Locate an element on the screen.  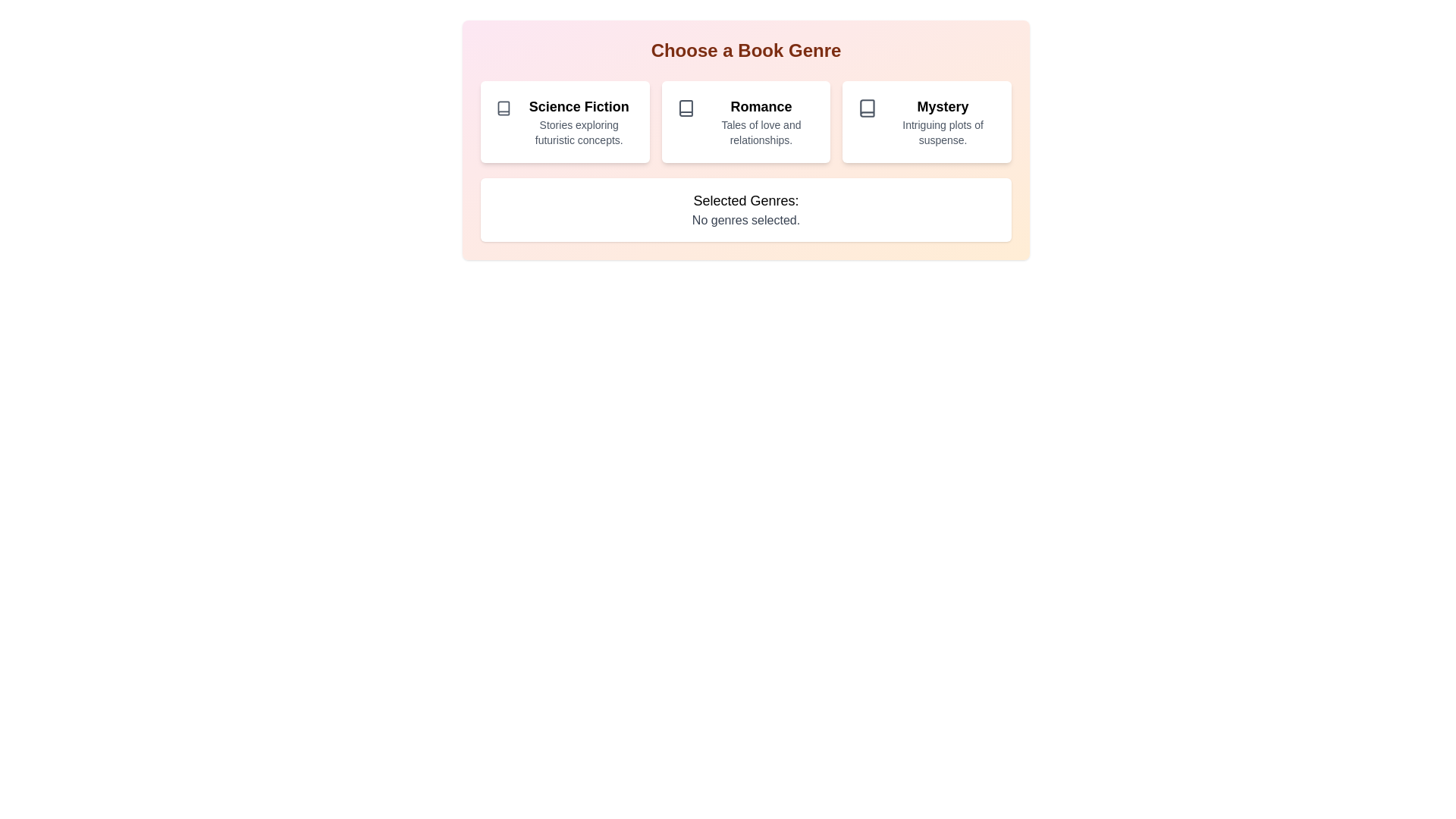
text label displaying 'Romance' which is styled in bold and slightly larger text, located in the center card of a genre selection layout is located at coordinates (761, 106).